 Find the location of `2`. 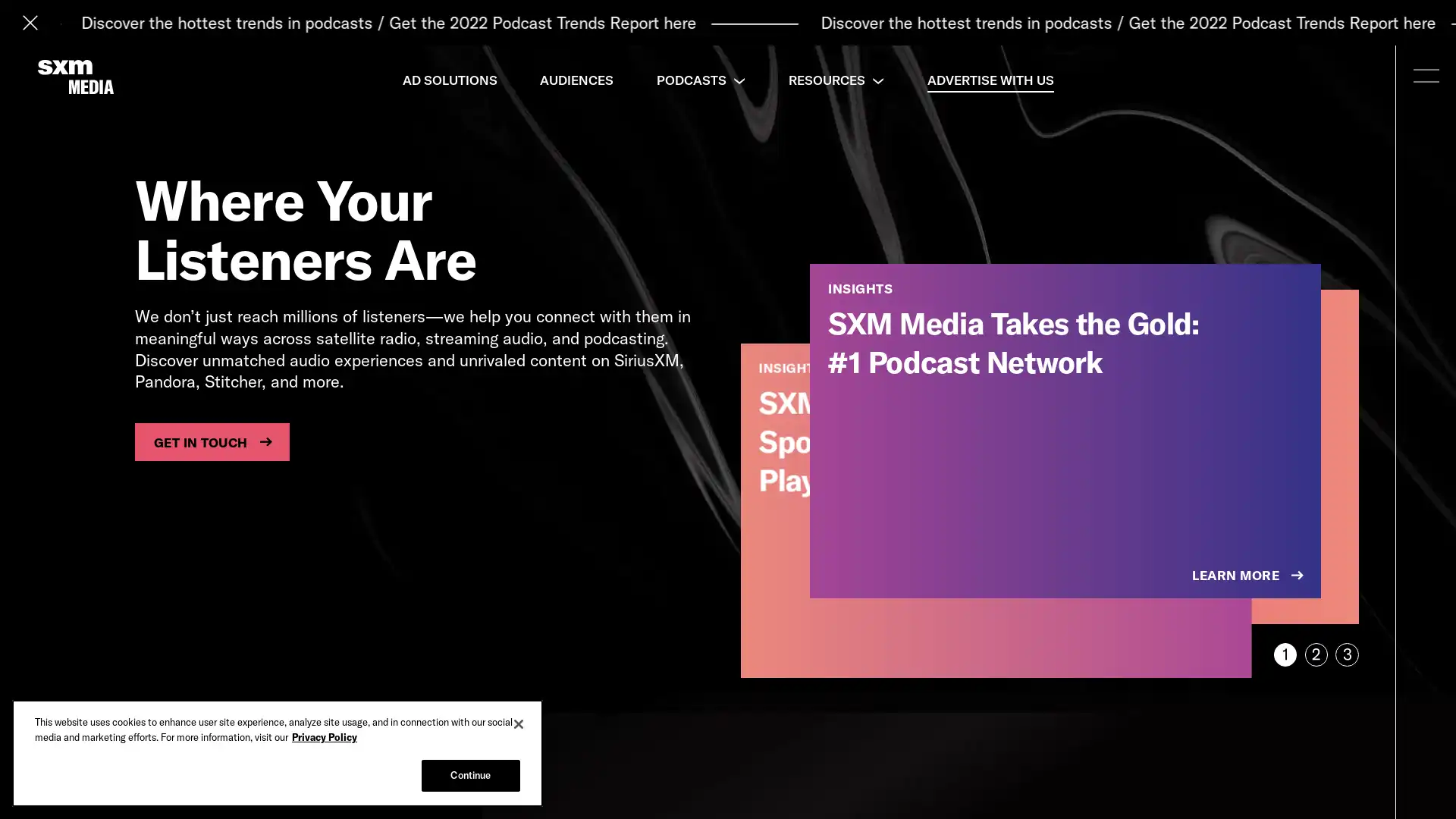

2 is located at coordinates (1315, 654).